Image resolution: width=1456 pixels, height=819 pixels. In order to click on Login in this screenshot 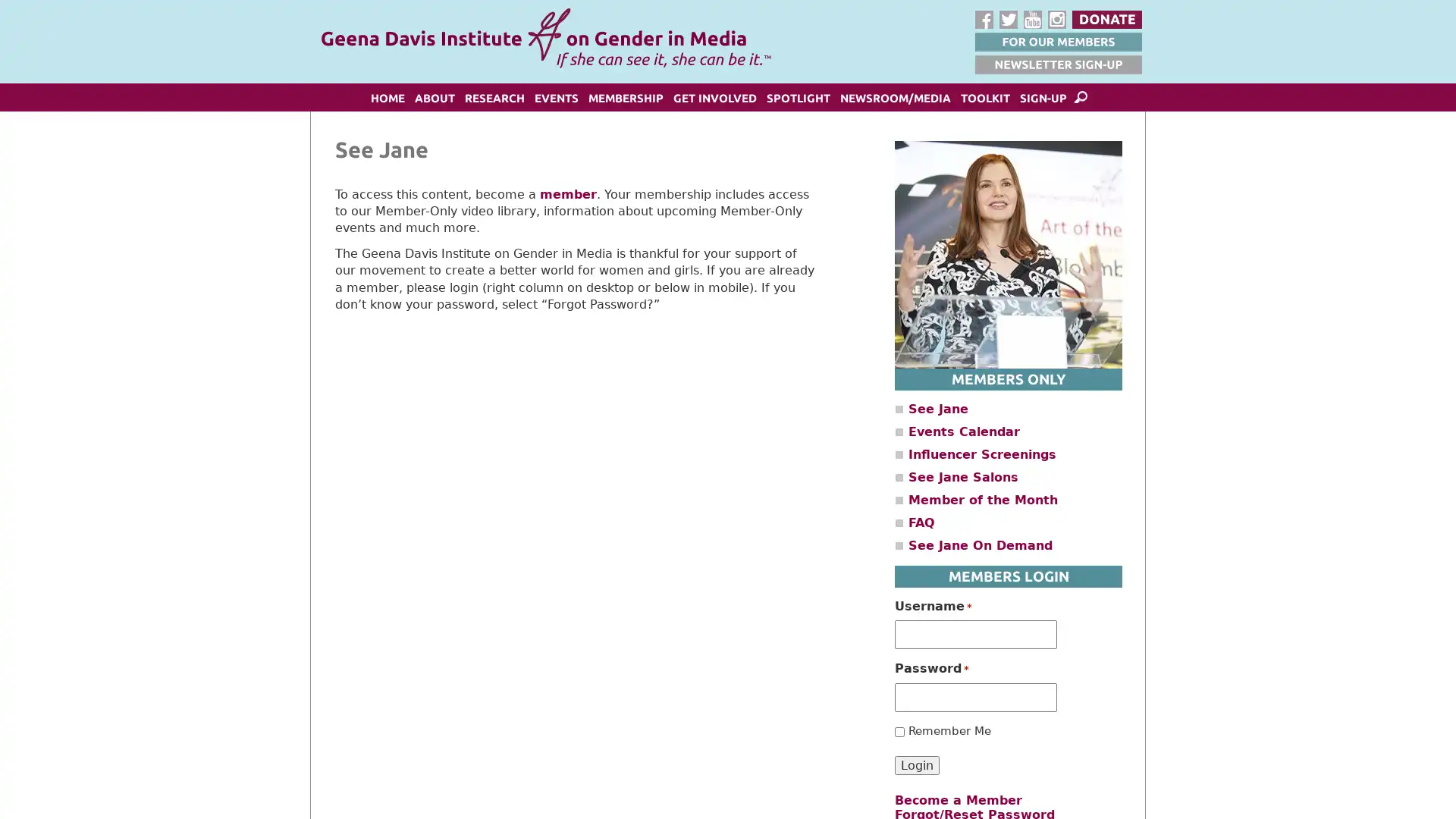, I will do `click(916, 764)`.